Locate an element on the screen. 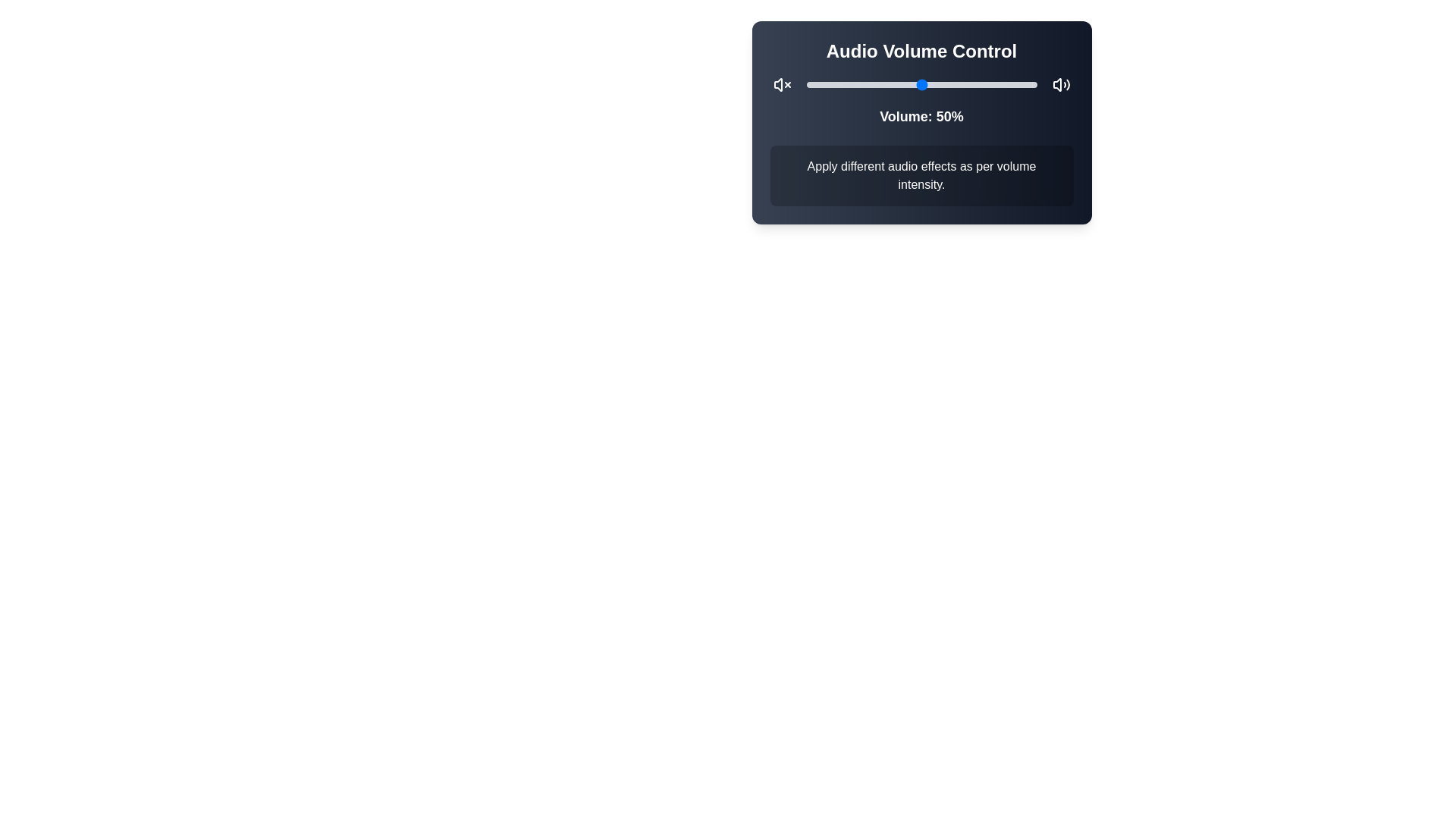  the volume slider to set the volume to 91% is located at coordinates (1016, 84).